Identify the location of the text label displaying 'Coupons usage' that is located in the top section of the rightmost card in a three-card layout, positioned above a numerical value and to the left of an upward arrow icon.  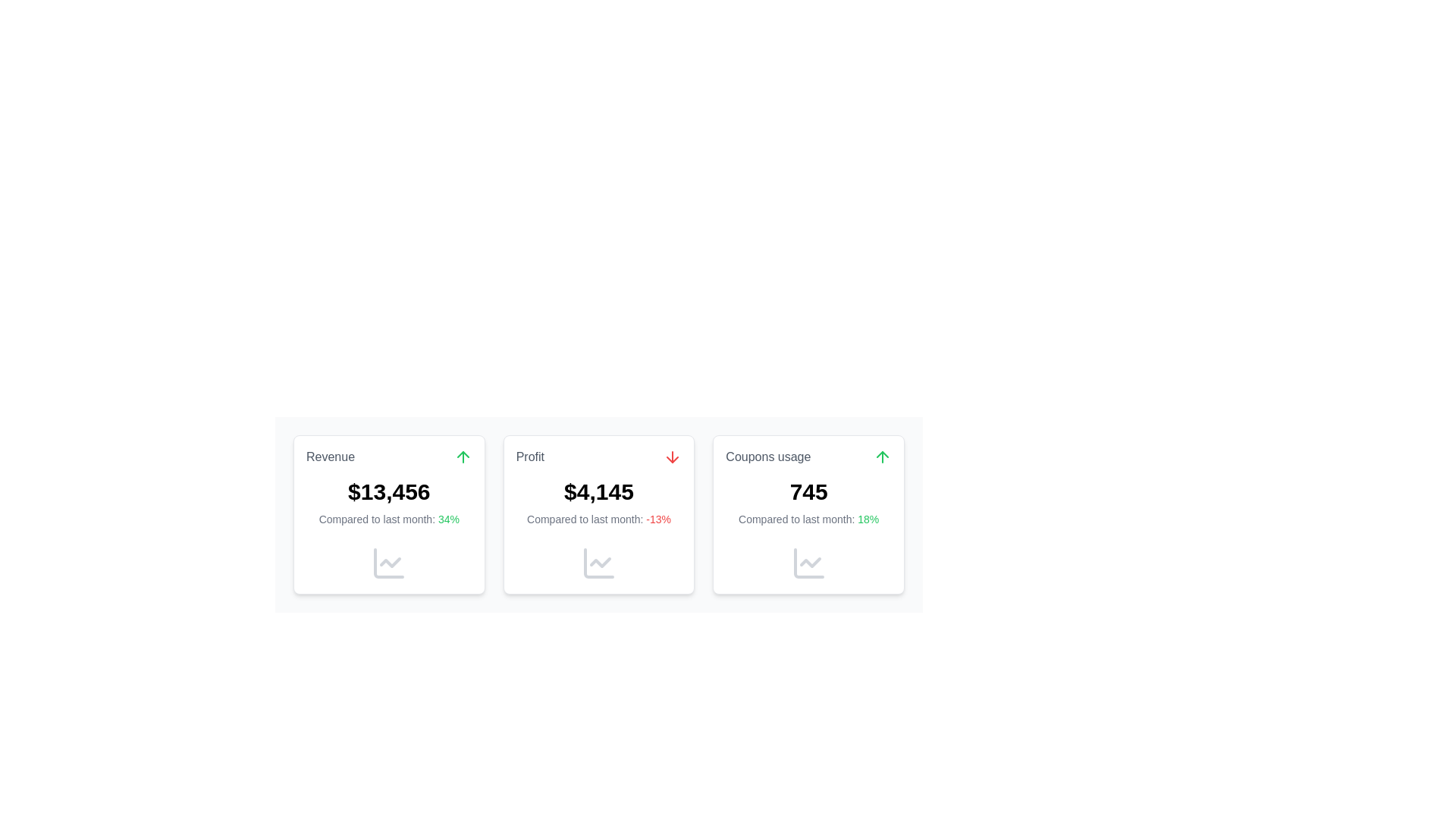
(768, 456).